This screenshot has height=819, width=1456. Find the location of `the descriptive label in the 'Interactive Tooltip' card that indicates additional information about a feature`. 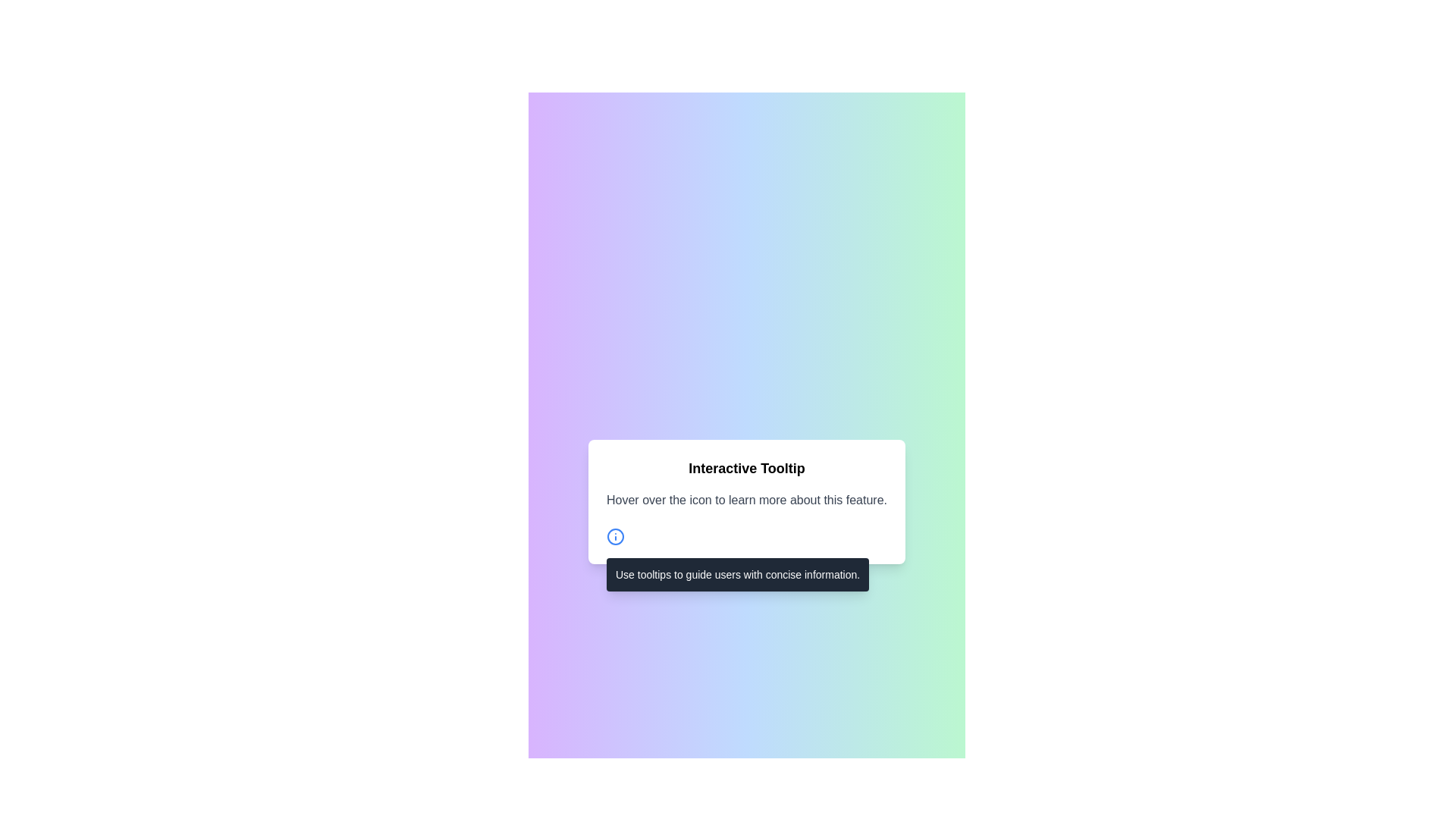

the descriptive label in the 'Interactive Tooltip' card that indicates additional information about a feature is located at coordinates (746, 500).